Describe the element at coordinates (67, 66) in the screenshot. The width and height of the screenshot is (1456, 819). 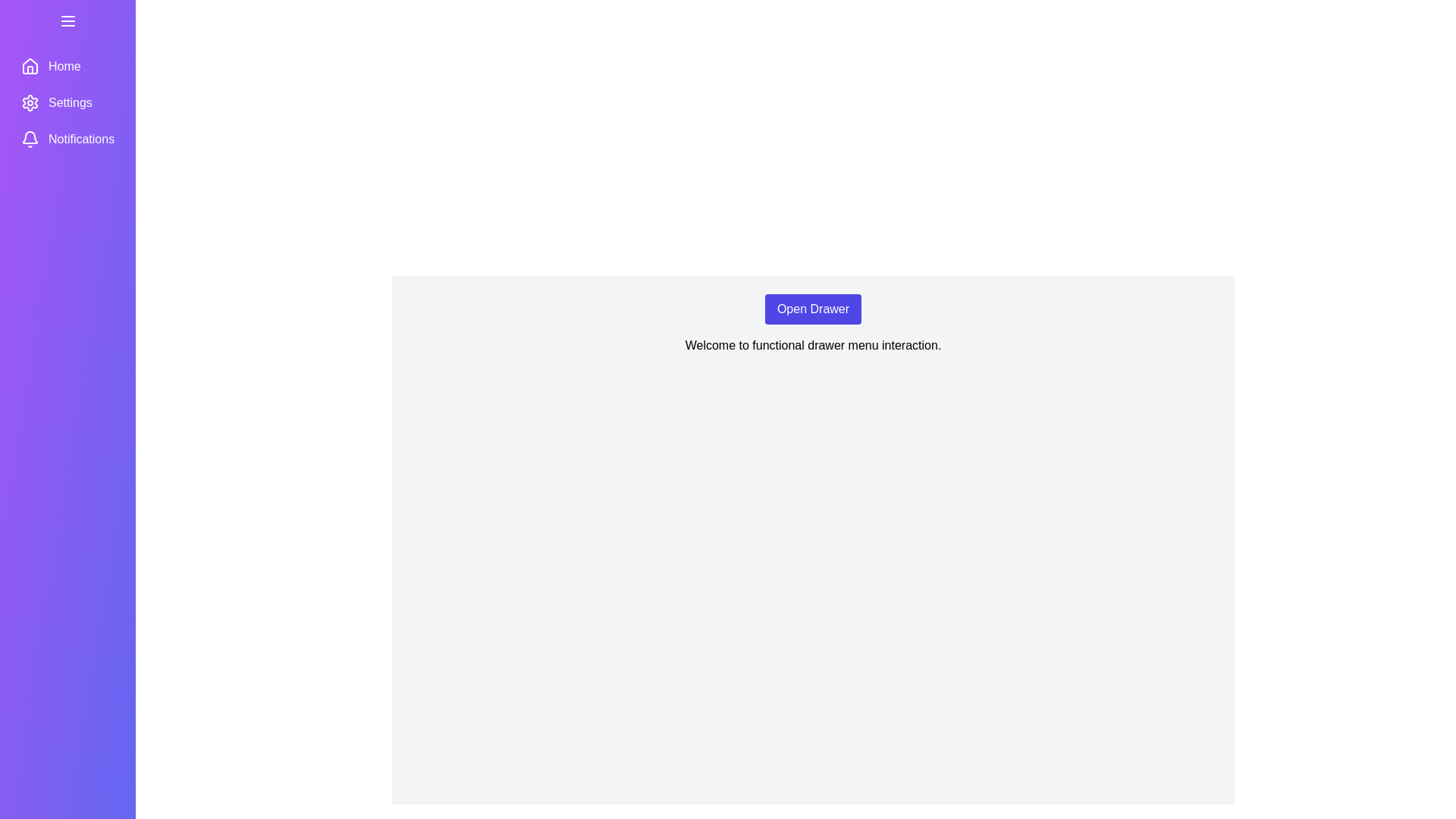
I see `the menu item Home in the drawer` at that location.